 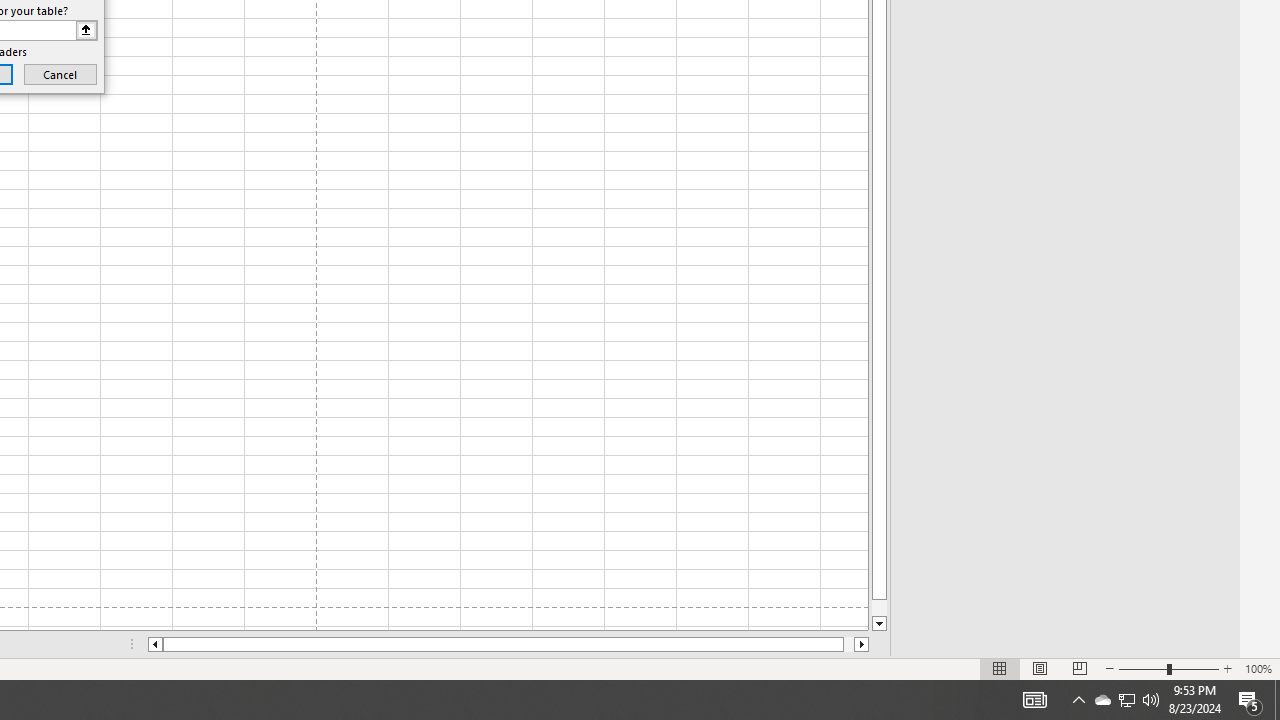 What do you see at coordinates (1078, 669) in the screenshot?
I see `'Page Break Preview'` at bounding box center [1078, 669].